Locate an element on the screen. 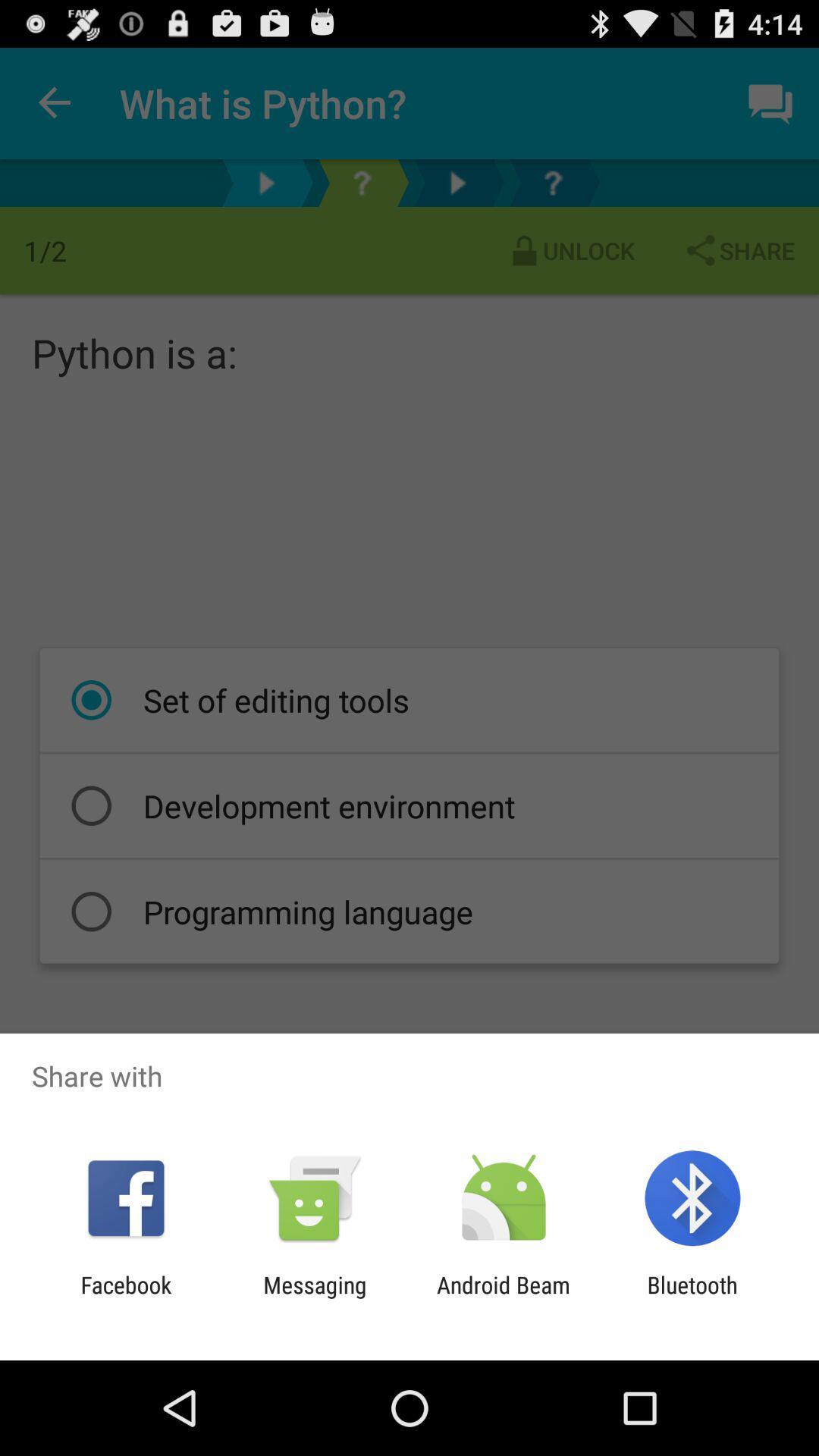 The height and width of the screenshot is (1456, 819). the item next to the messaging is located at coordinates (504, 1298).